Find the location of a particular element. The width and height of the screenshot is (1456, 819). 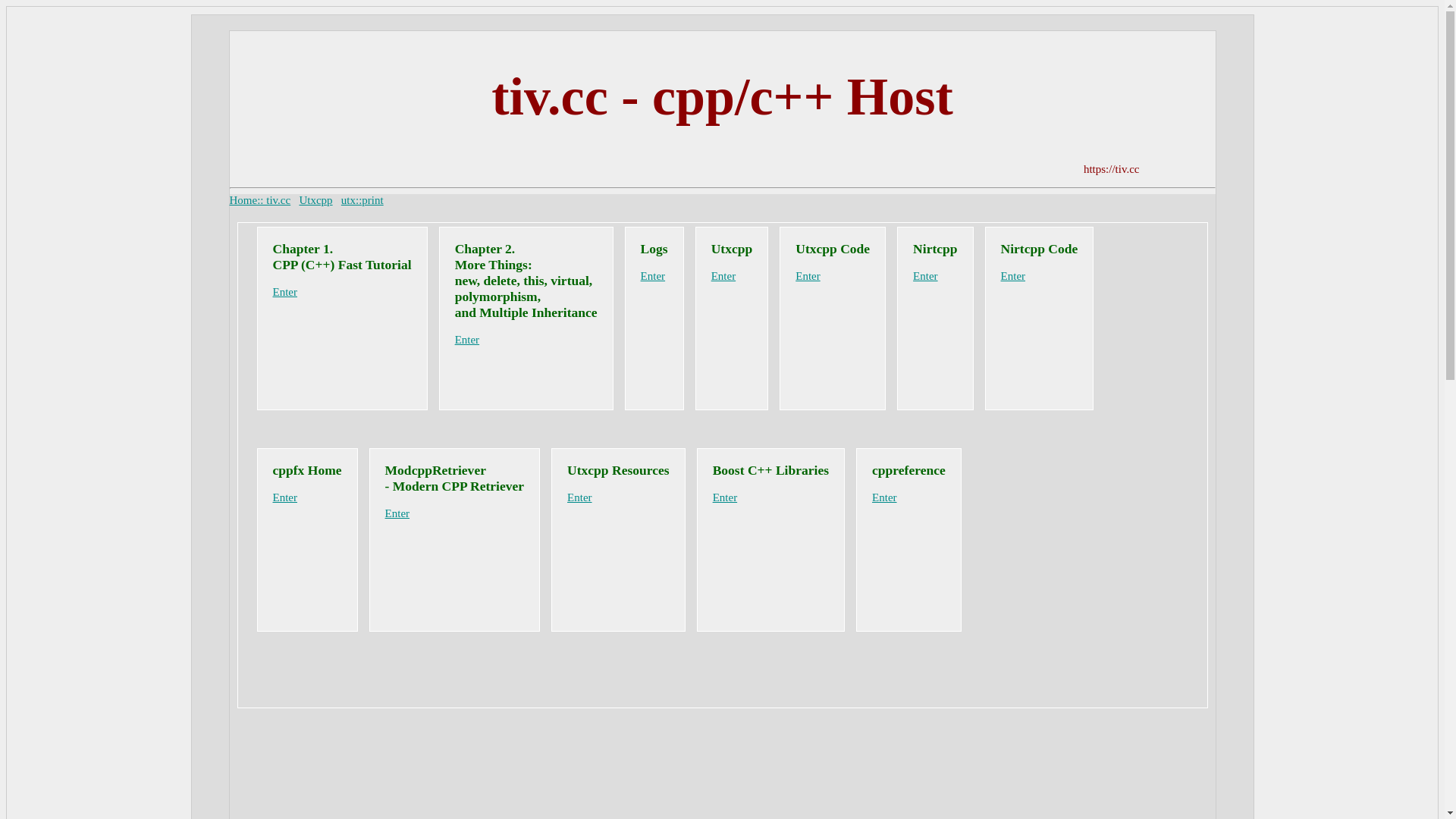

'Enter' is located at coordinates (872, 497).